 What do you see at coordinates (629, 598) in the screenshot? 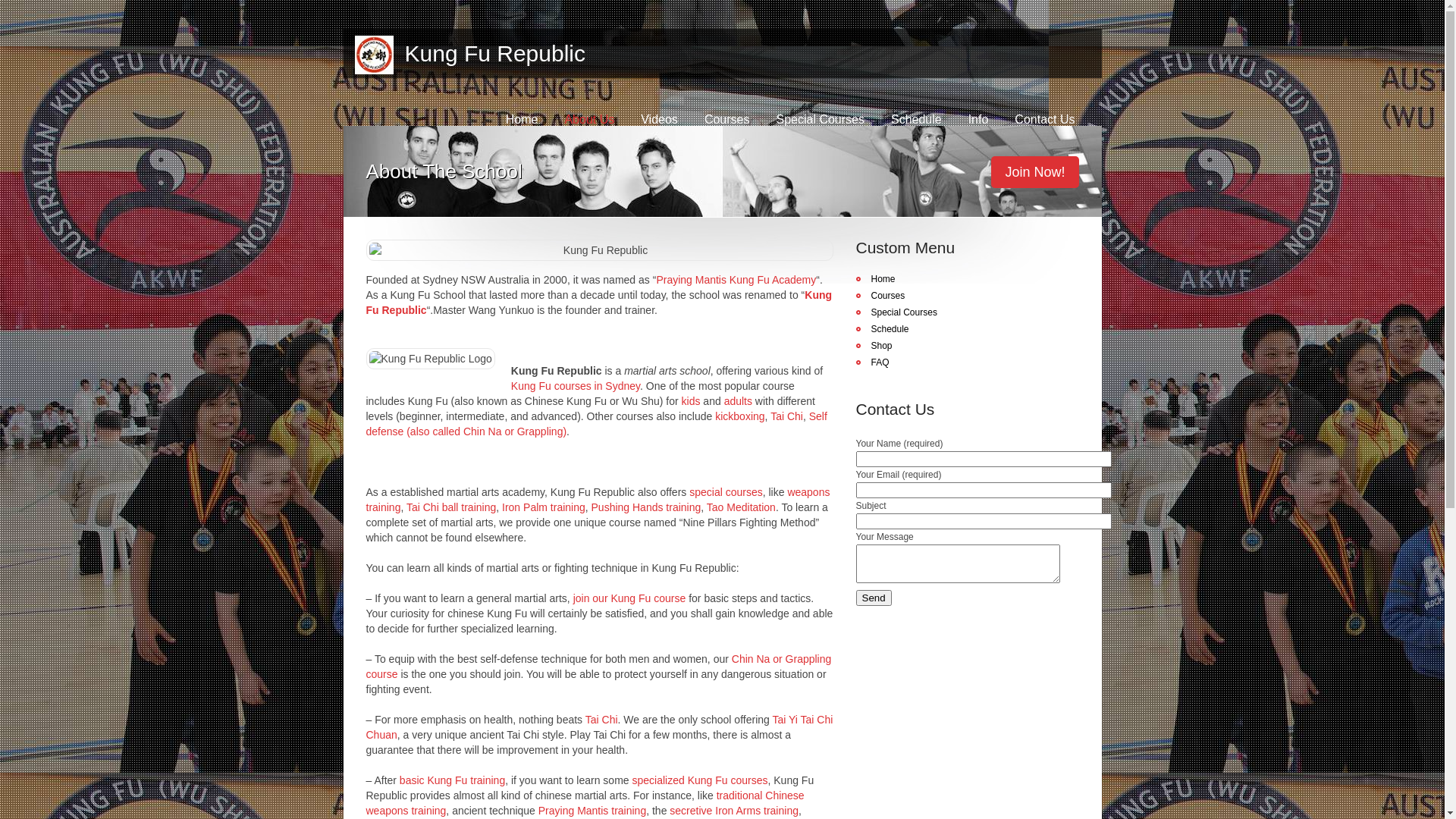
I see `'join our Kung Fu course'` at bounding box center [629, 598].